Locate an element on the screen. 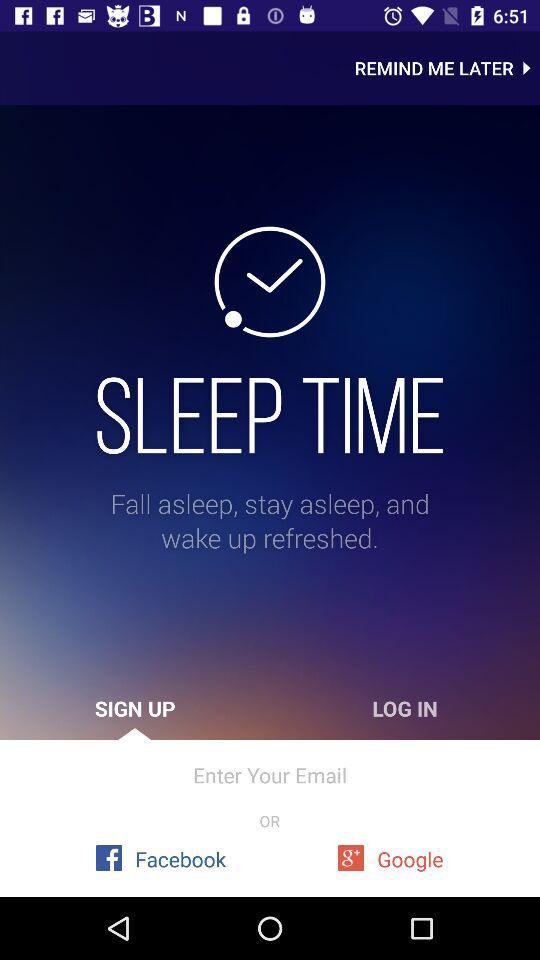 Image resolution: width=540 pixels, height=960 pixels. item below sign up icon is located at coordinates (270, 774).